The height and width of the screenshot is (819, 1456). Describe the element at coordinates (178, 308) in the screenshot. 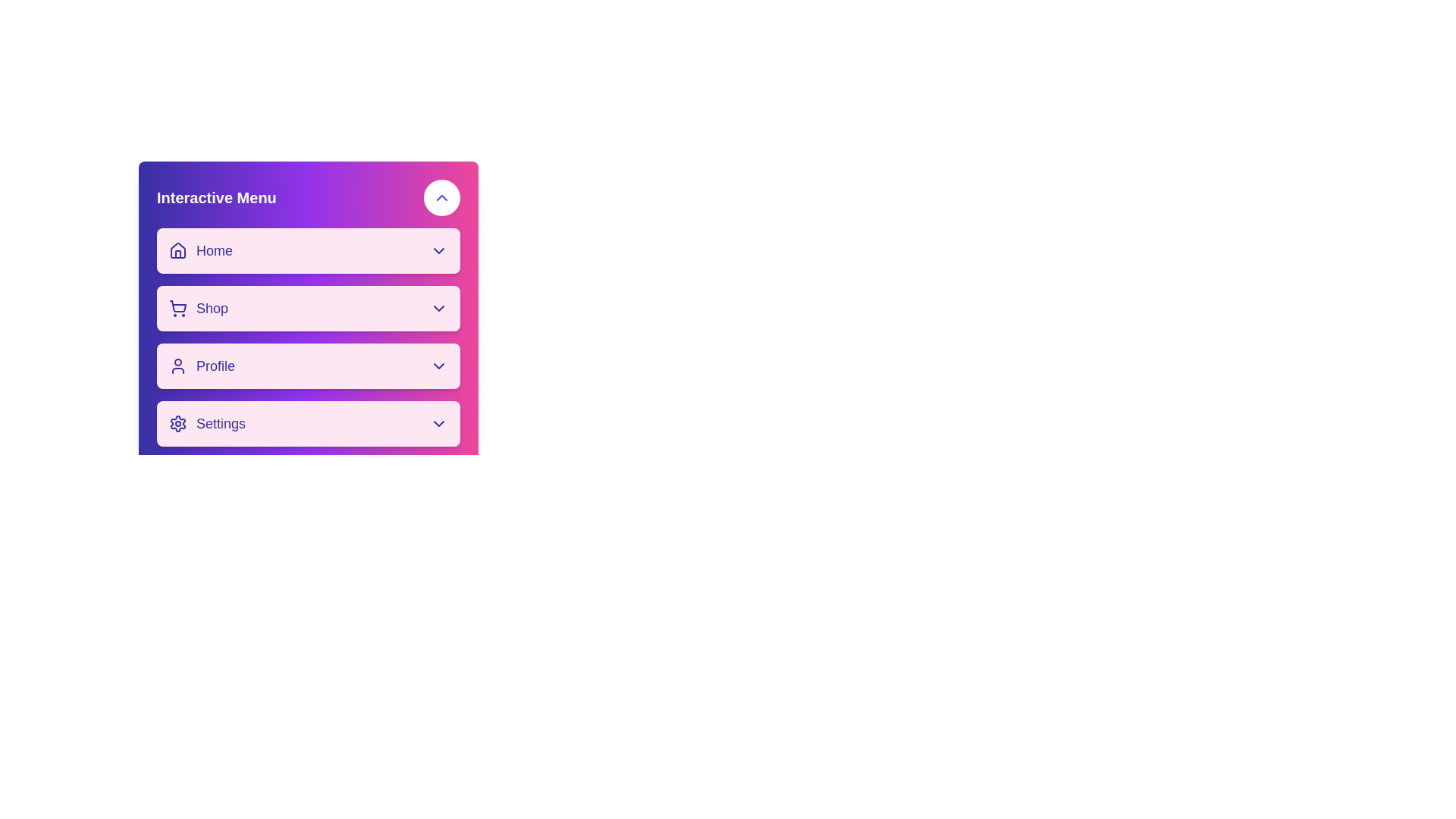

I see `the shopping cart icon located to the left of the 'Shop' label in the menu` at that location.